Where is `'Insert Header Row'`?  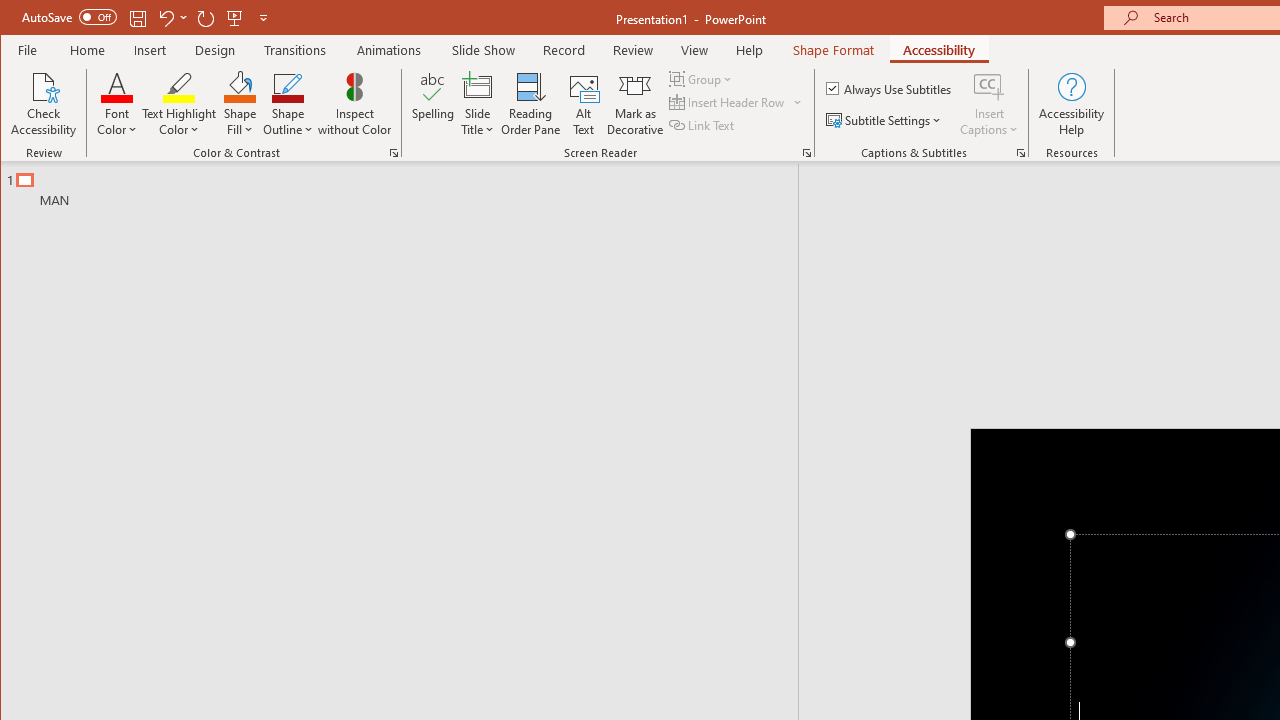
'Insert Header Row' is located at coordinates (727, 102).